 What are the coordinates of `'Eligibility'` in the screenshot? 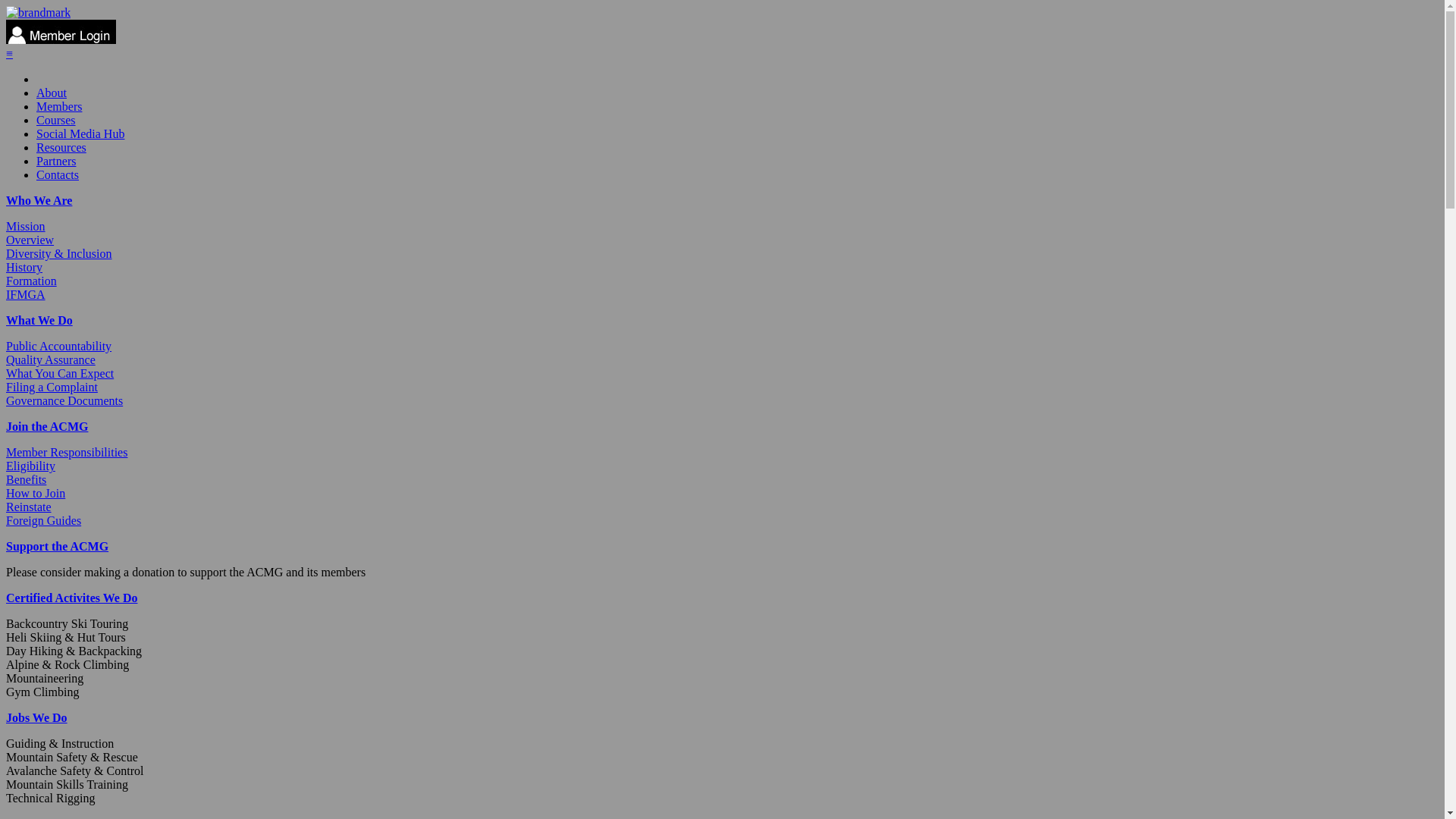 It's located at (30, 465).